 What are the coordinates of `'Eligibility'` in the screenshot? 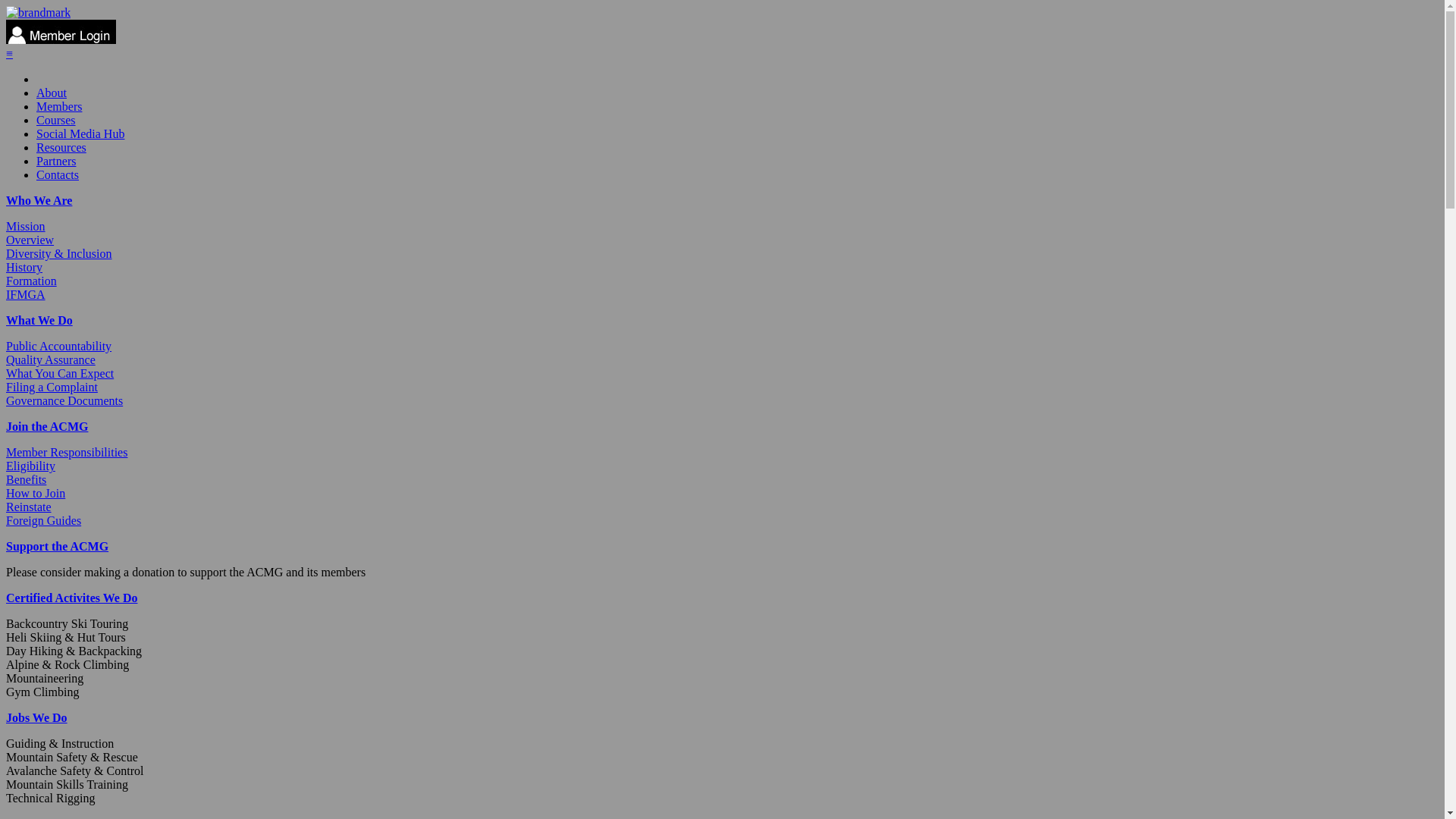 It's located at (30, 465).